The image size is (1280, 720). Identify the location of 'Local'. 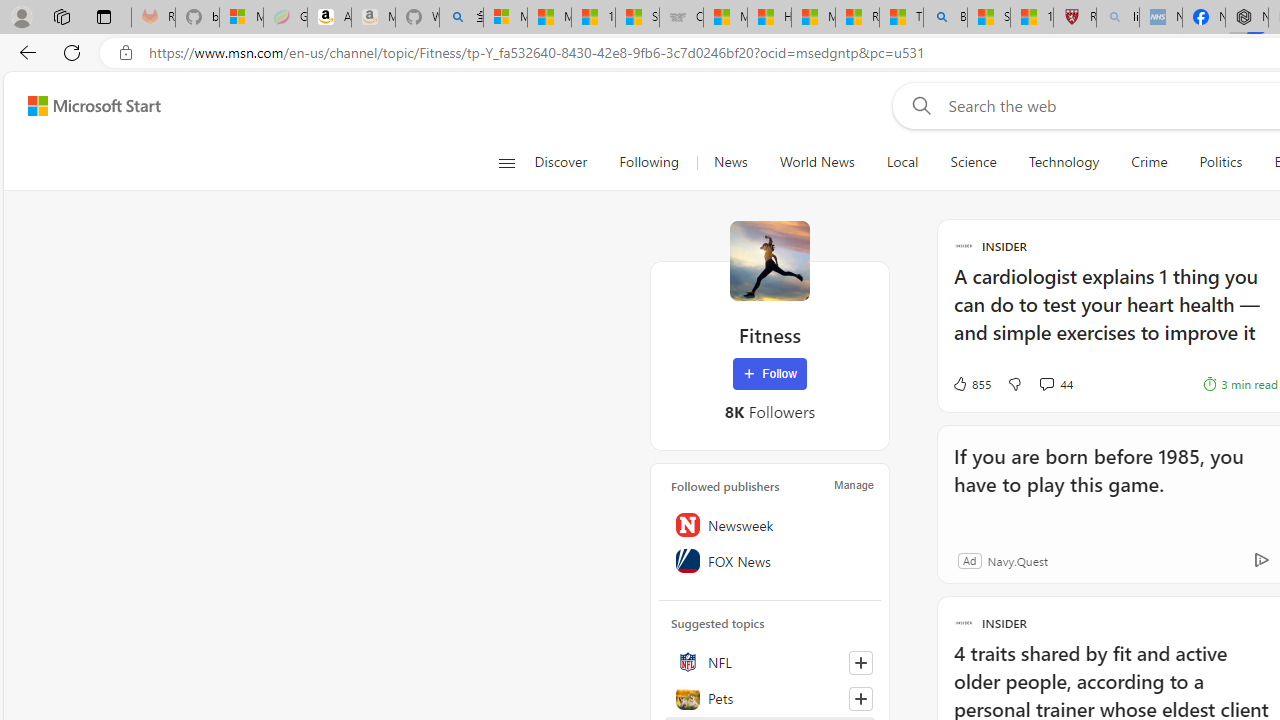
(901, 162).